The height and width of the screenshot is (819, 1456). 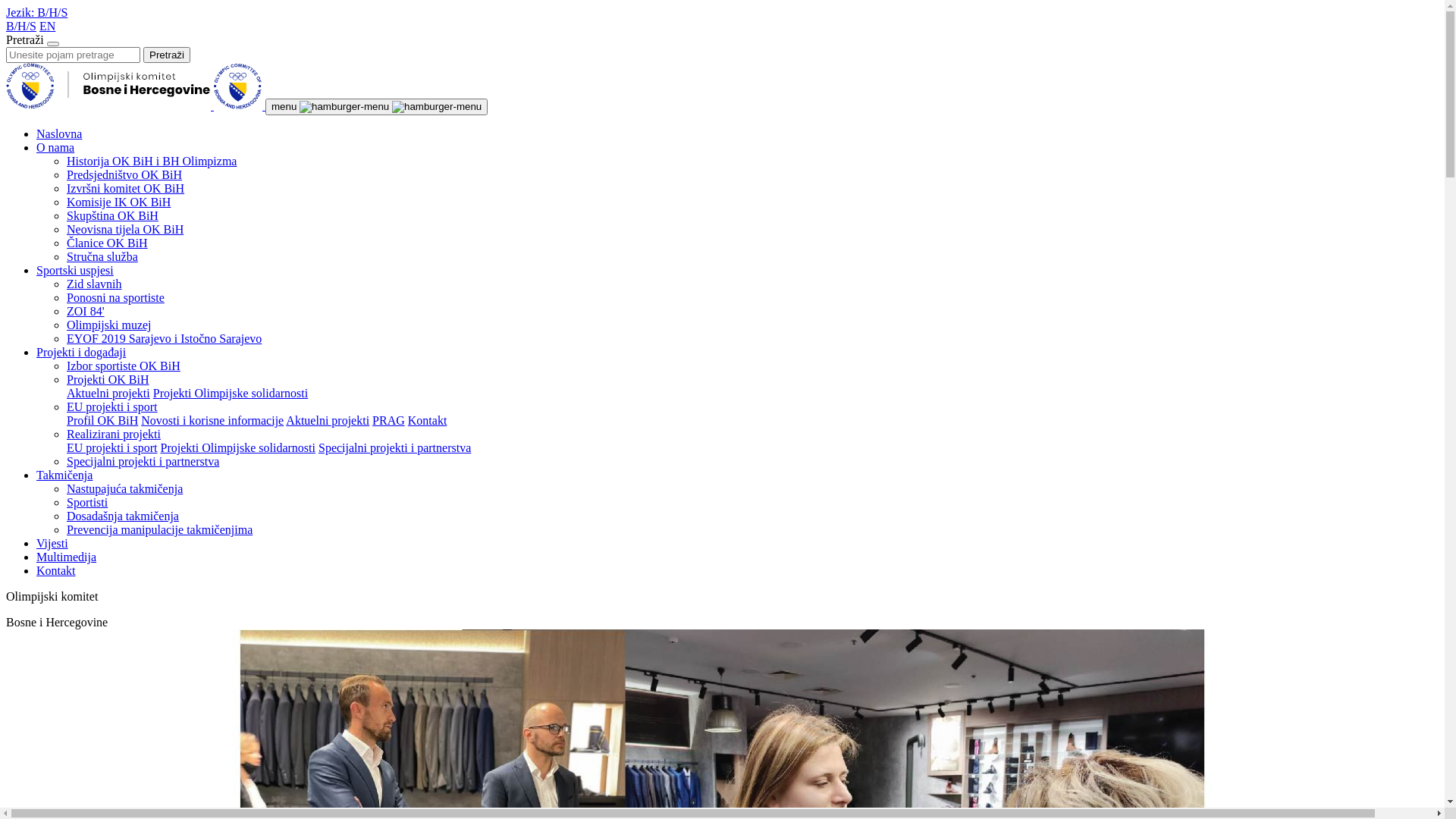 I want to click on 'Naslovna', so click(x=58, y=133).